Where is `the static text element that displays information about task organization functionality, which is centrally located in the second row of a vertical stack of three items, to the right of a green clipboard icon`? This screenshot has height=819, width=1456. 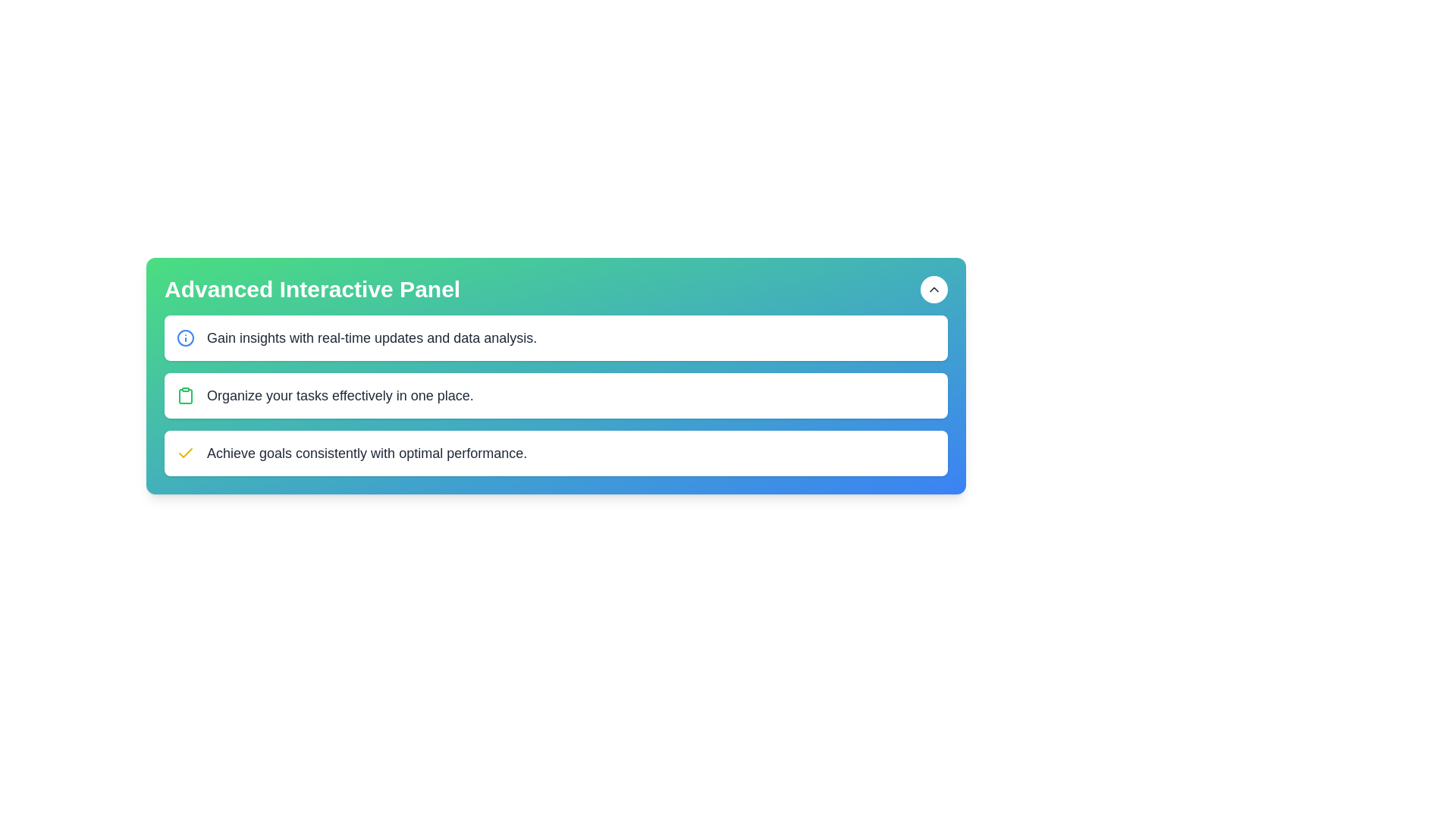 the static text element that displays information about task organization functionality, which is centrally located in the second row of a vertical stack of three items, to the right of a green clipboard icon is located at coordinates (339, 394).